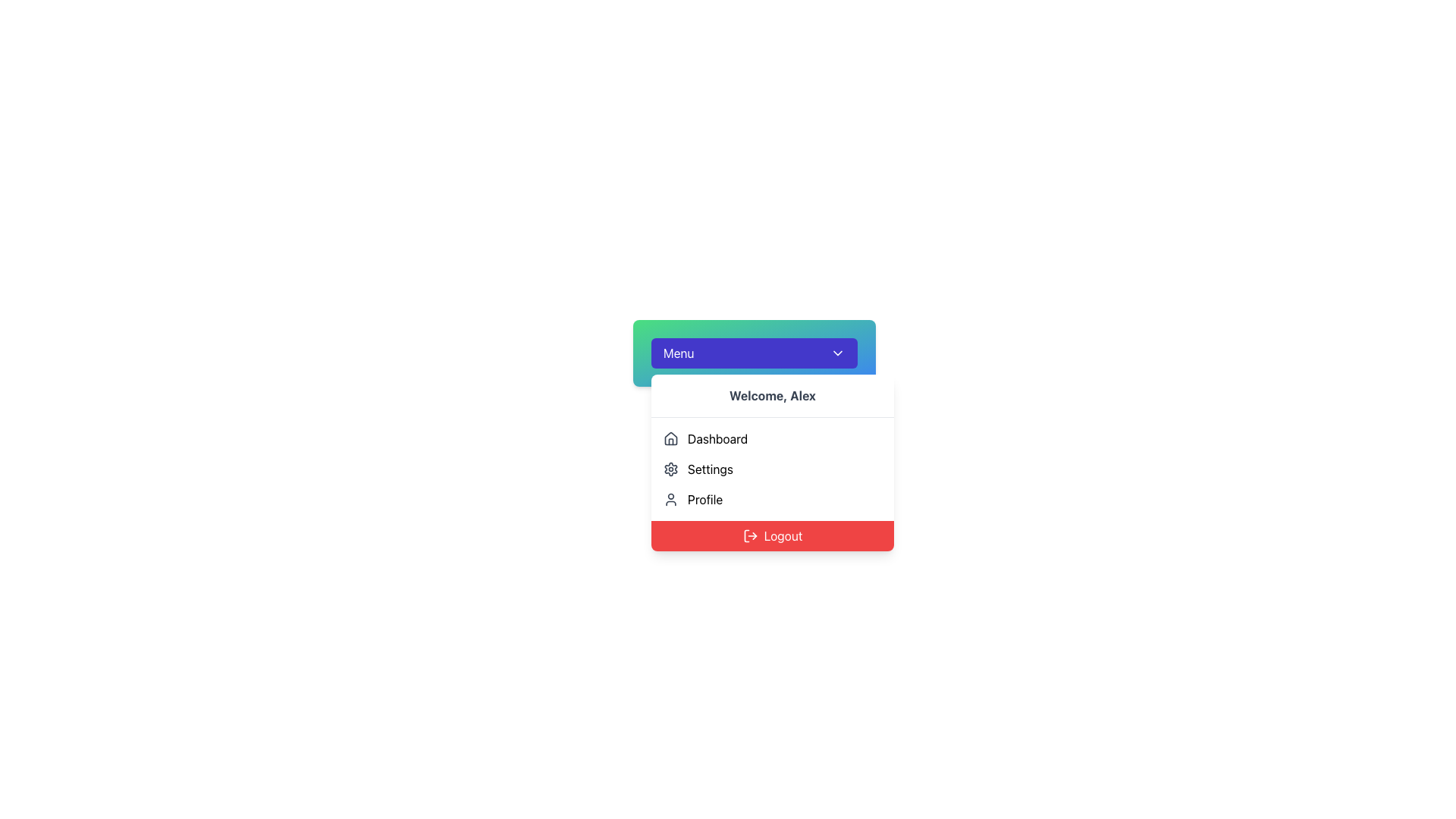 This screenshot has width=1456, height=819. I want to click on the greeting message static text located at the top center of the dropdown menu beneath the blue 'Menu' button, so click(772, 394).